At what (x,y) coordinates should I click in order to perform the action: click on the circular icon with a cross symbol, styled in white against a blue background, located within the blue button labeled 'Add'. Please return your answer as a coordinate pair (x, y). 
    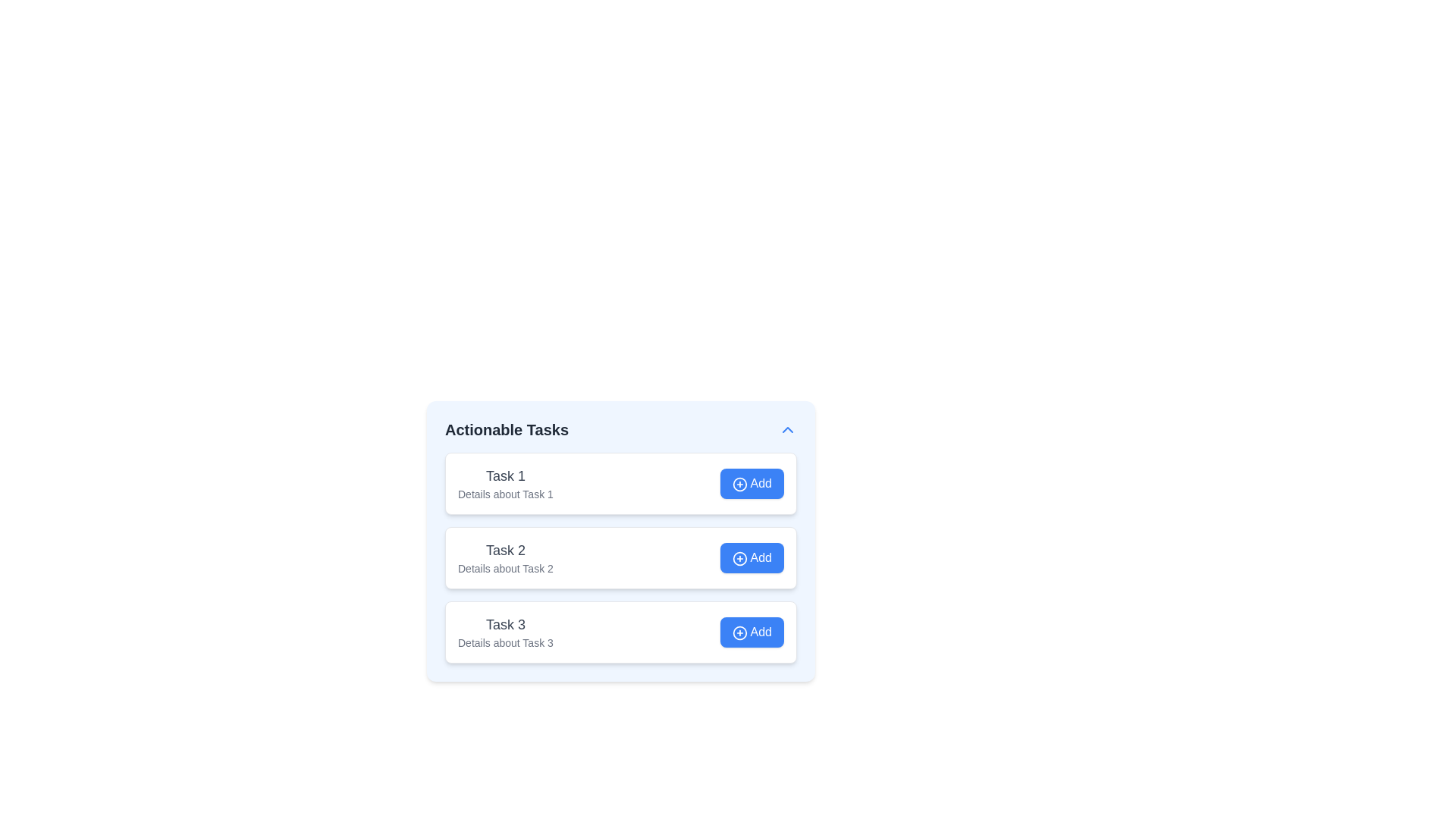
    Looking at the image, I should click on (739, 484).